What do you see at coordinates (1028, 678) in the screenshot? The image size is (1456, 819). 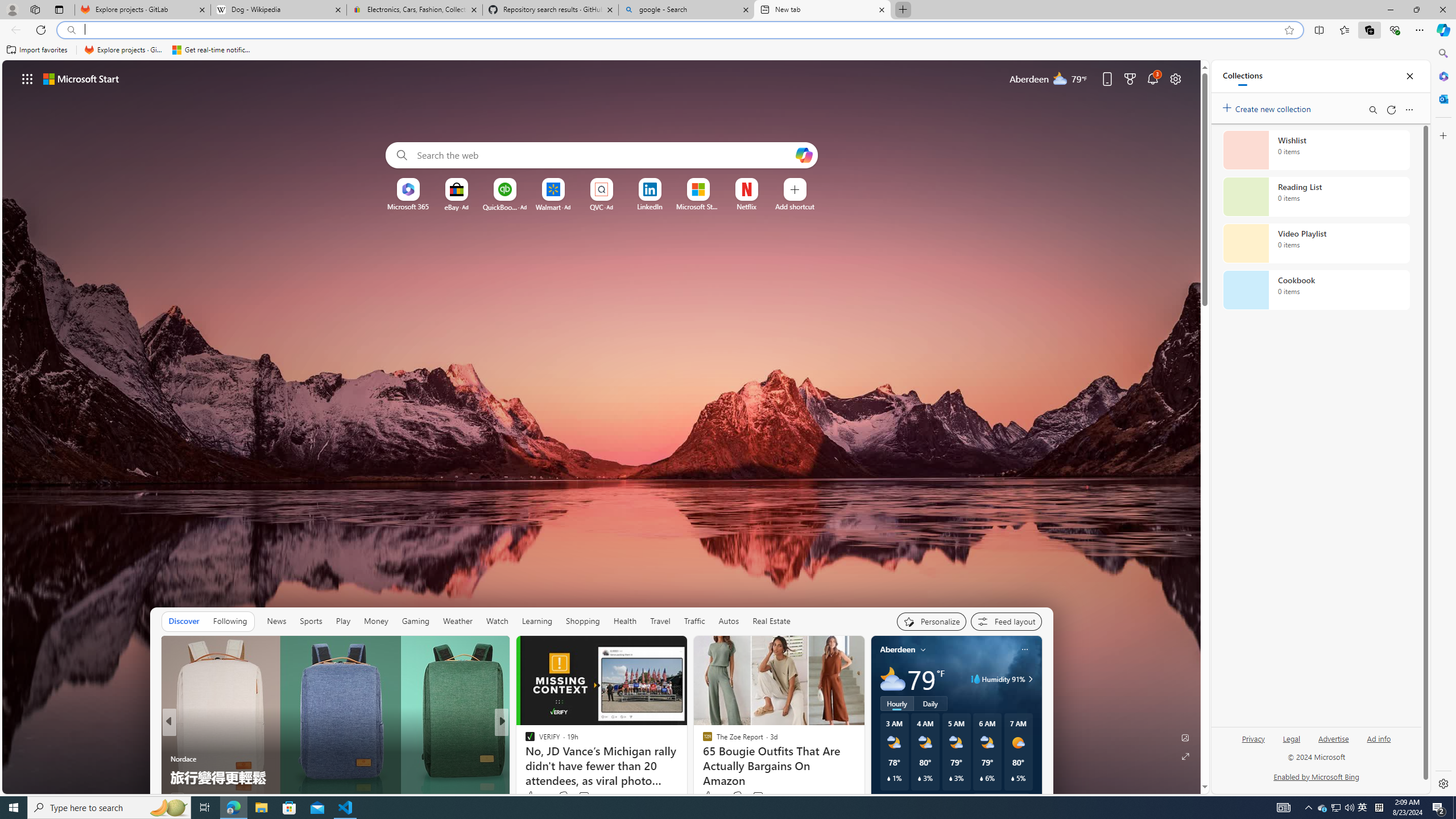 I see `'Humidity 91%'` at bounding box center [1028, 678].